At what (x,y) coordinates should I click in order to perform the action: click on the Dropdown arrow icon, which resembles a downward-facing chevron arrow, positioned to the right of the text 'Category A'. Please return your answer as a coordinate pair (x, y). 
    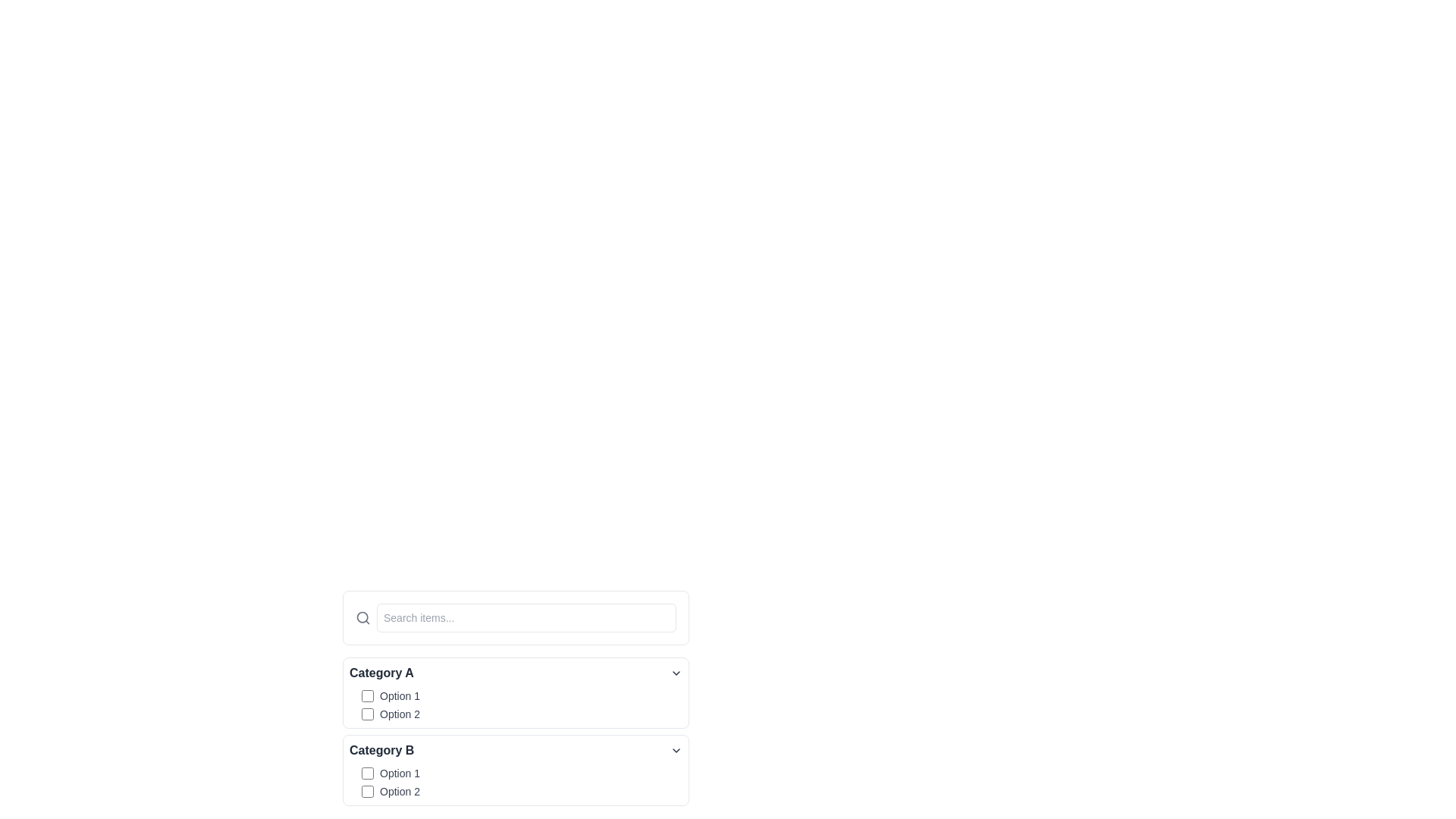
    Looking at the image, I should click on (676, 672).